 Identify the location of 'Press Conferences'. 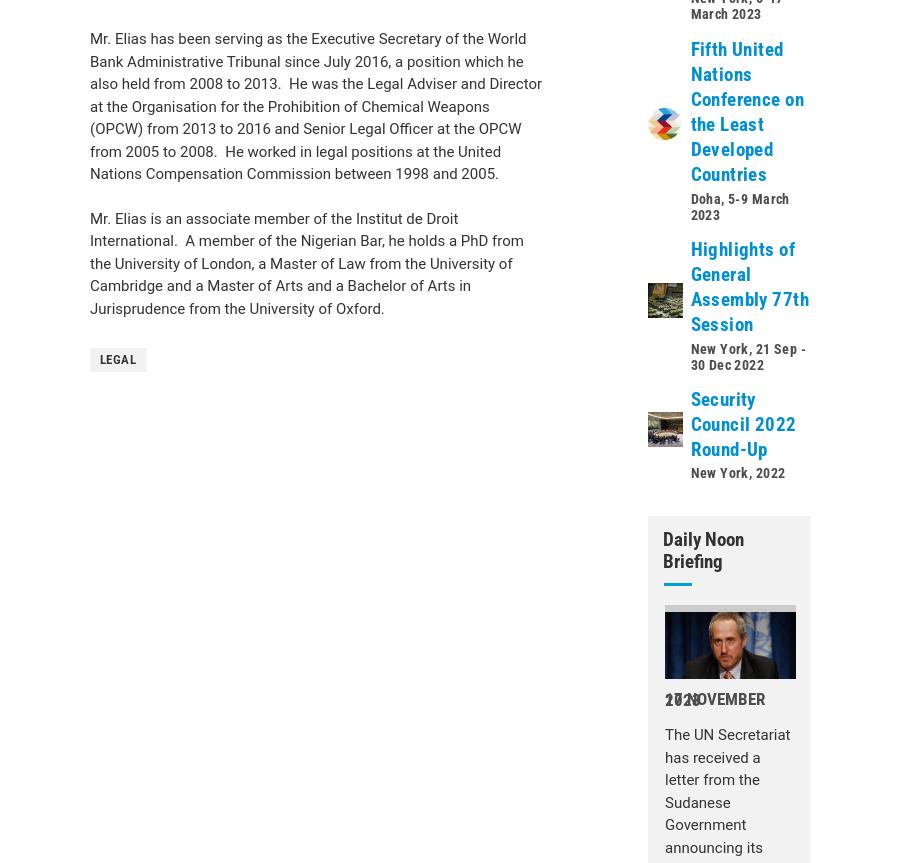
(170, 446).